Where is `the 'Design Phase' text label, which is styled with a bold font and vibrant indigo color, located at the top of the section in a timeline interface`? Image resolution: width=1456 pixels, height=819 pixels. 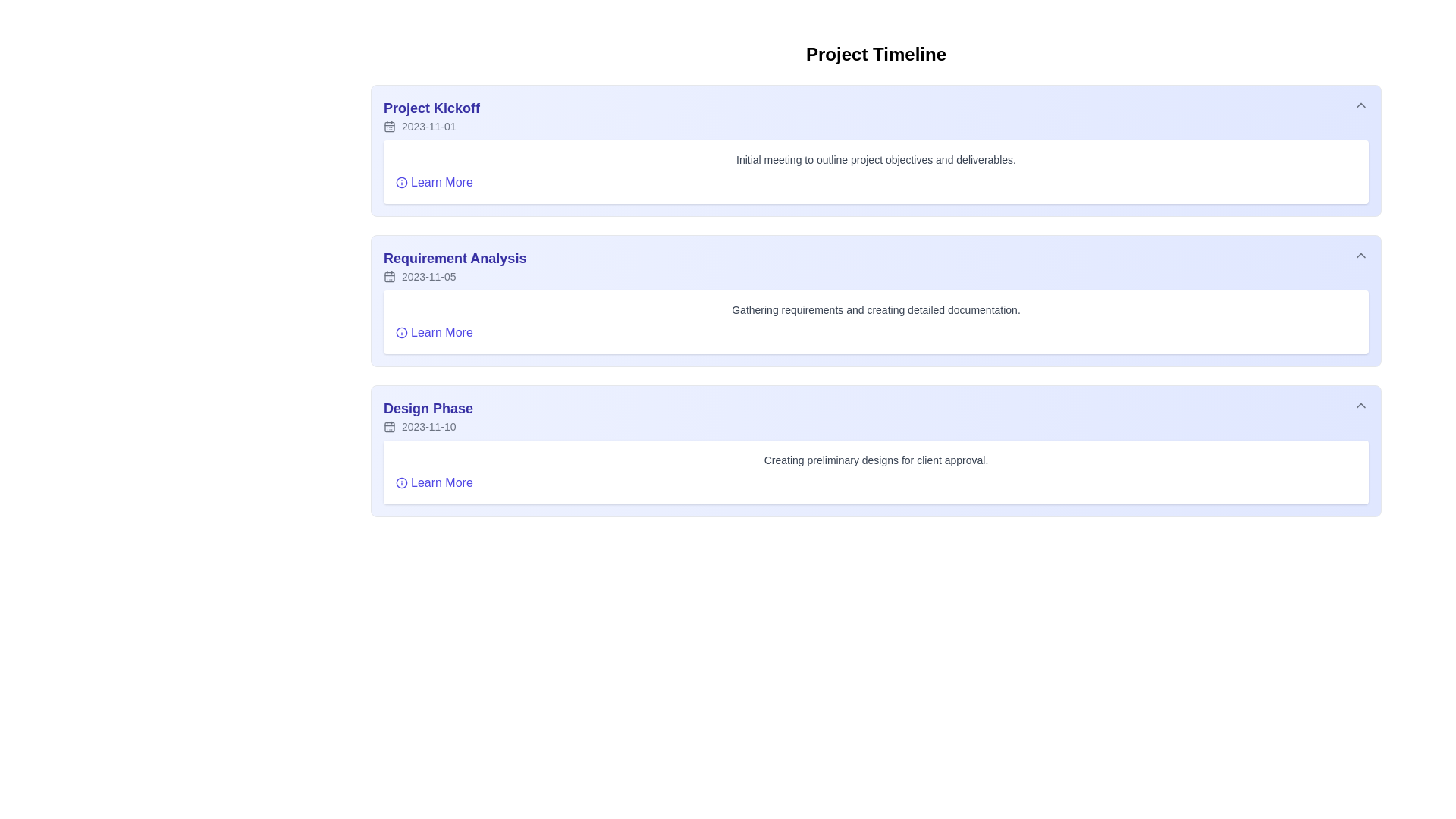
the 'Design Phase' text label, which is styled with a bold font and vibrant indigo color, located at the top of the section in a timeline interface is located at coordinates (428, 408).